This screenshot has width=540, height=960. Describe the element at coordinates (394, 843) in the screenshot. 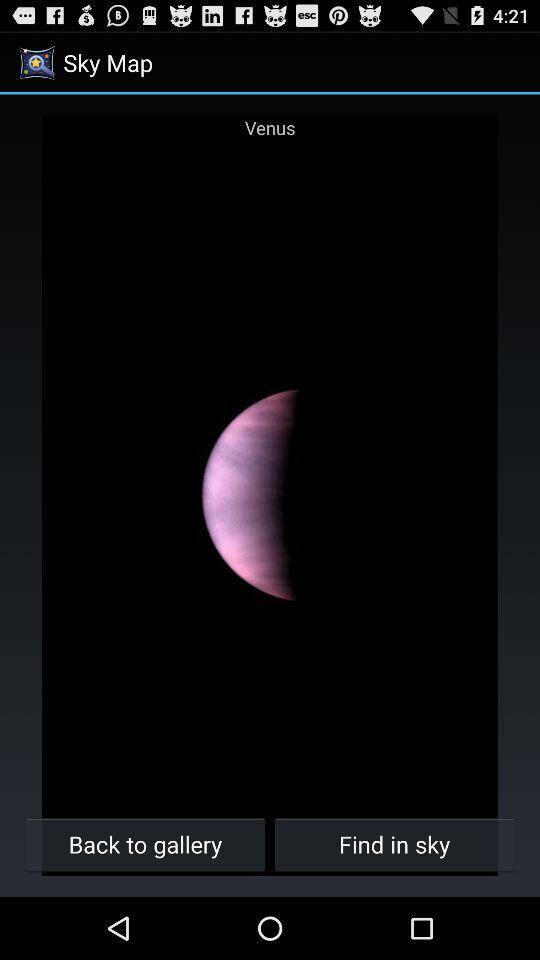

I see `the item next to the back to gallery item` at that location.